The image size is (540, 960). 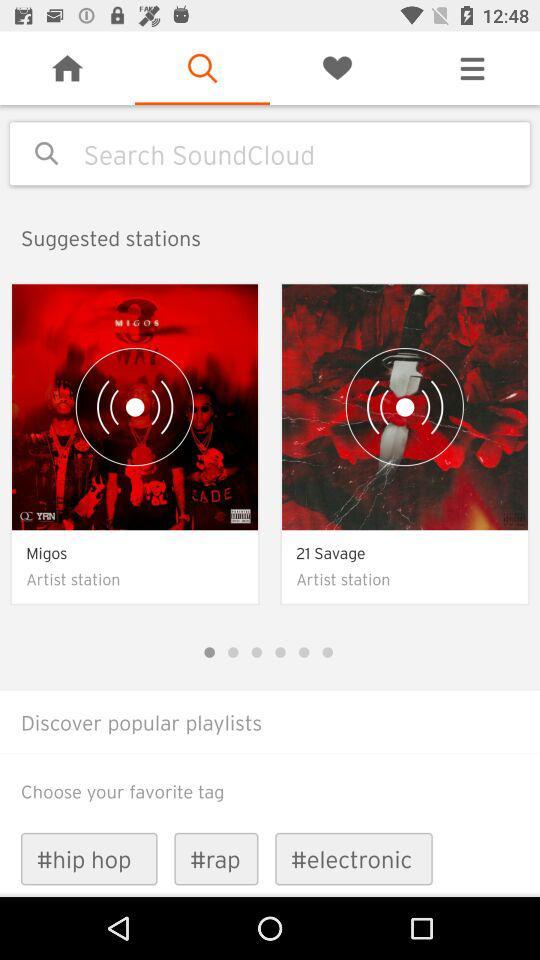 What do you see at coordinates (88, 858) in the screenshot?
I see `item next to the #rap item` at bounding box center [88, 858].